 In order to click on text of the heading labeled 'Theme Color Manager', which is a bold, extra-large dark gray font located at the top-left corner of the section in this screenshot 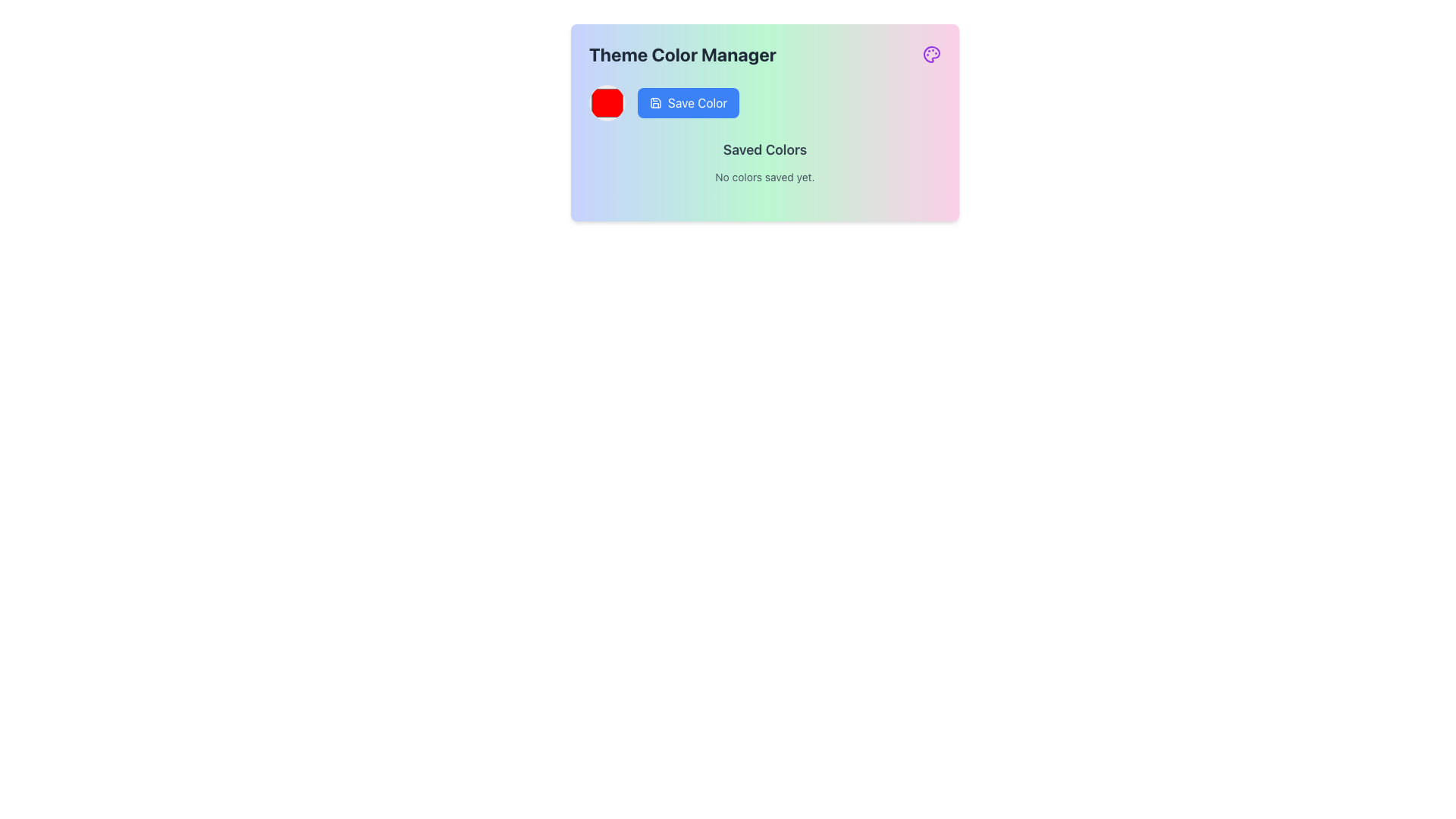, I will do `click(682, 54)`.